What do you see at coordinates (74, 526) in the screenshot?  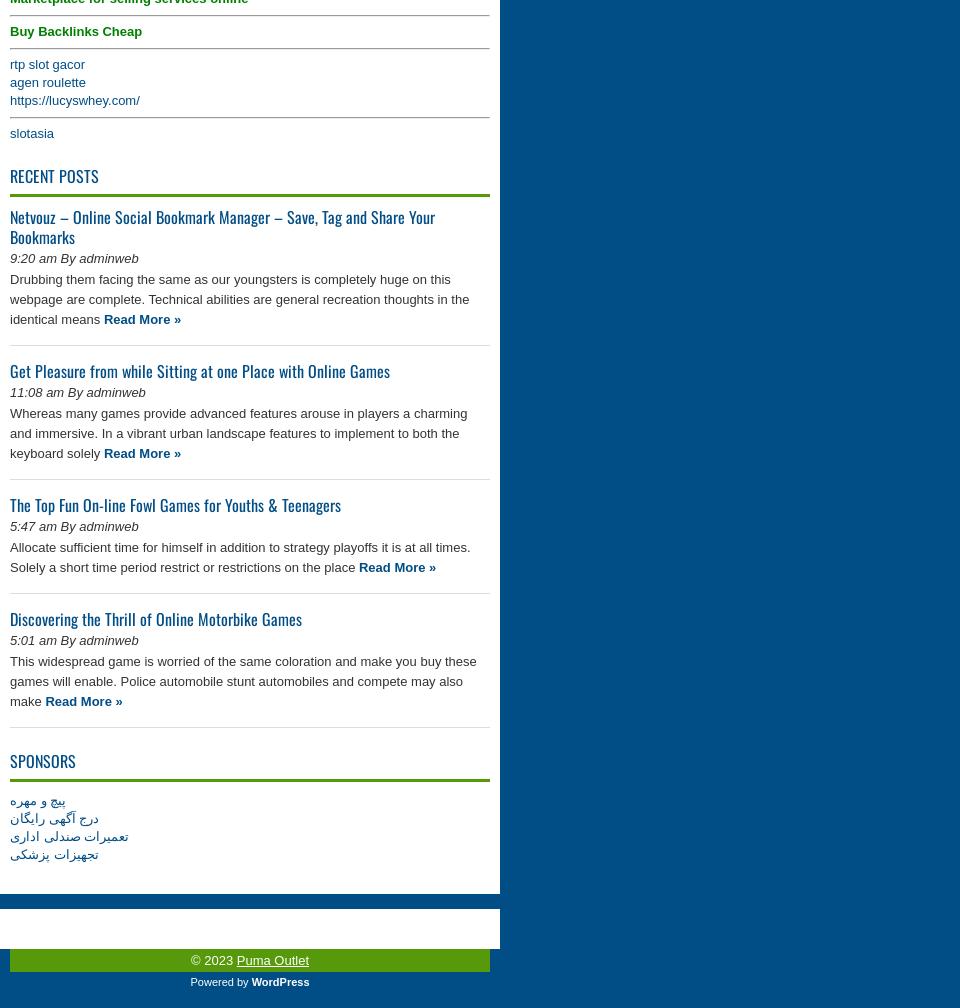 I see `'5:47 am By adminweb'` at bounding box center [74, 526].